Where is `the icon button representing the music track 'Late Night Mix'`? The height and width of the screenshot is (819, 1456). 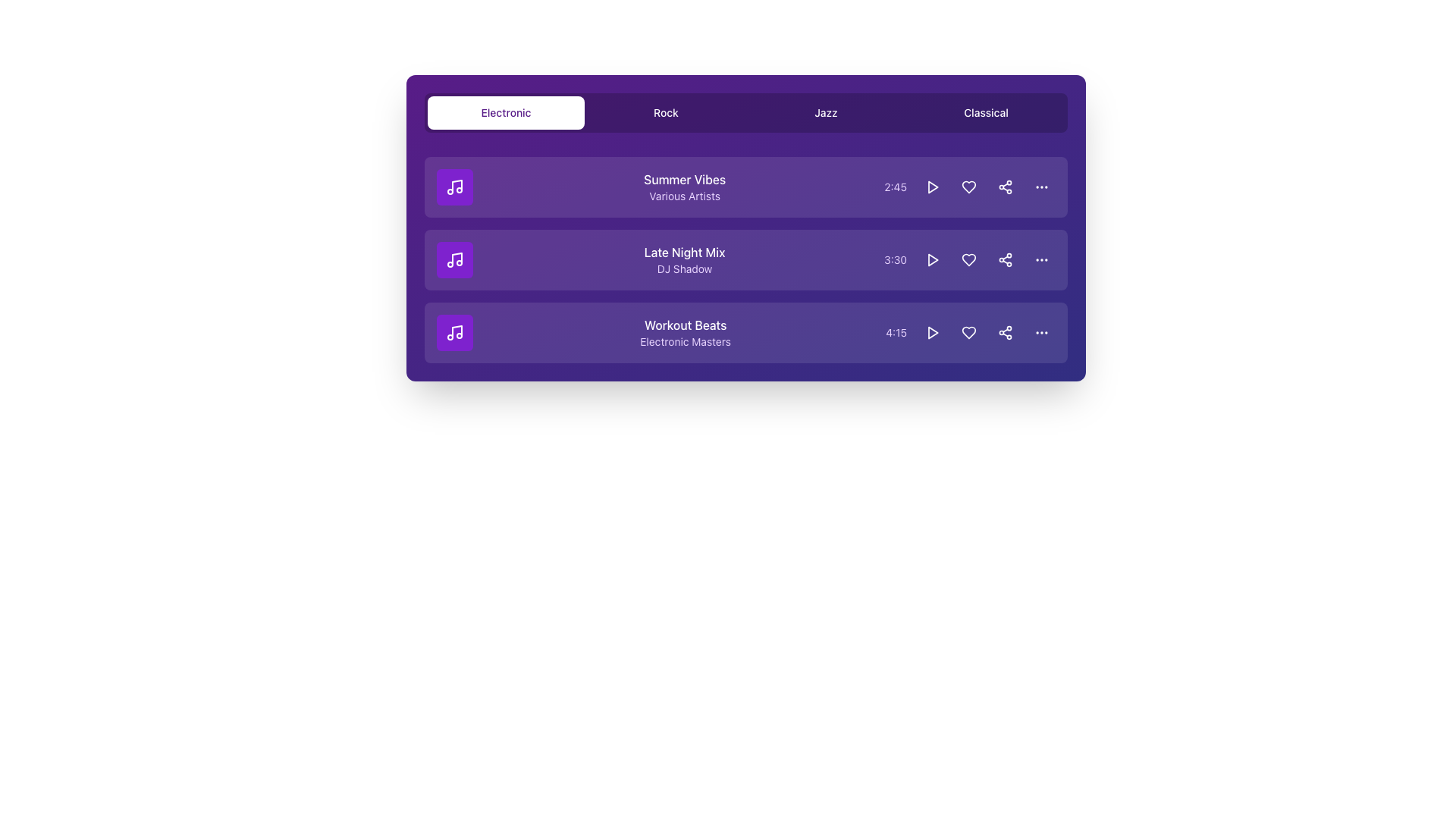 the icon button representing the music track 'Late Night Mix' is located at coordinates (454, 259).